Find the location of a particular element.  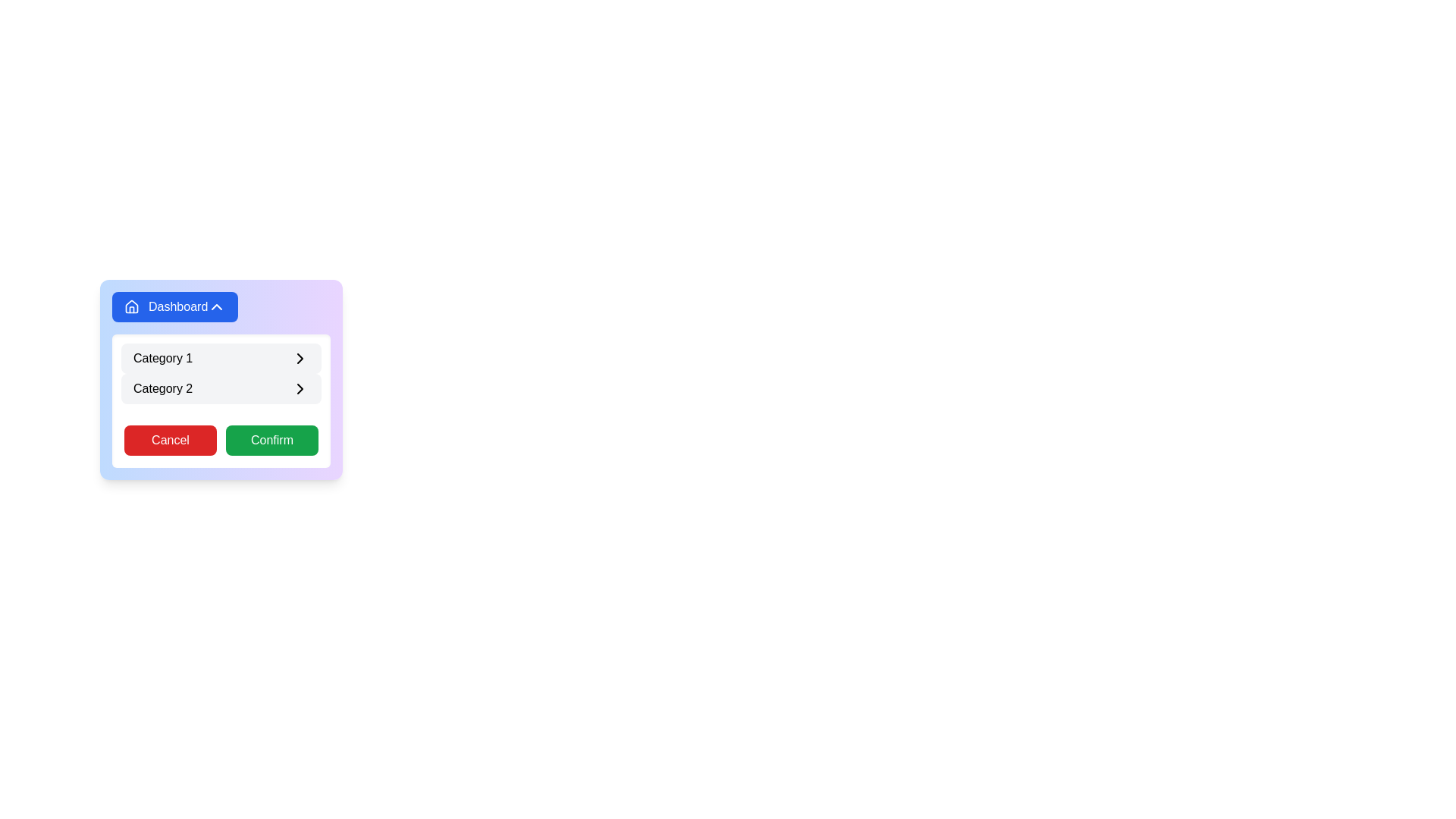

the upward-pointing chevron icon with a smooth, modern appearance, located at the rightmost side of the 'Dashboard' button is located at coordinates (216, 307).